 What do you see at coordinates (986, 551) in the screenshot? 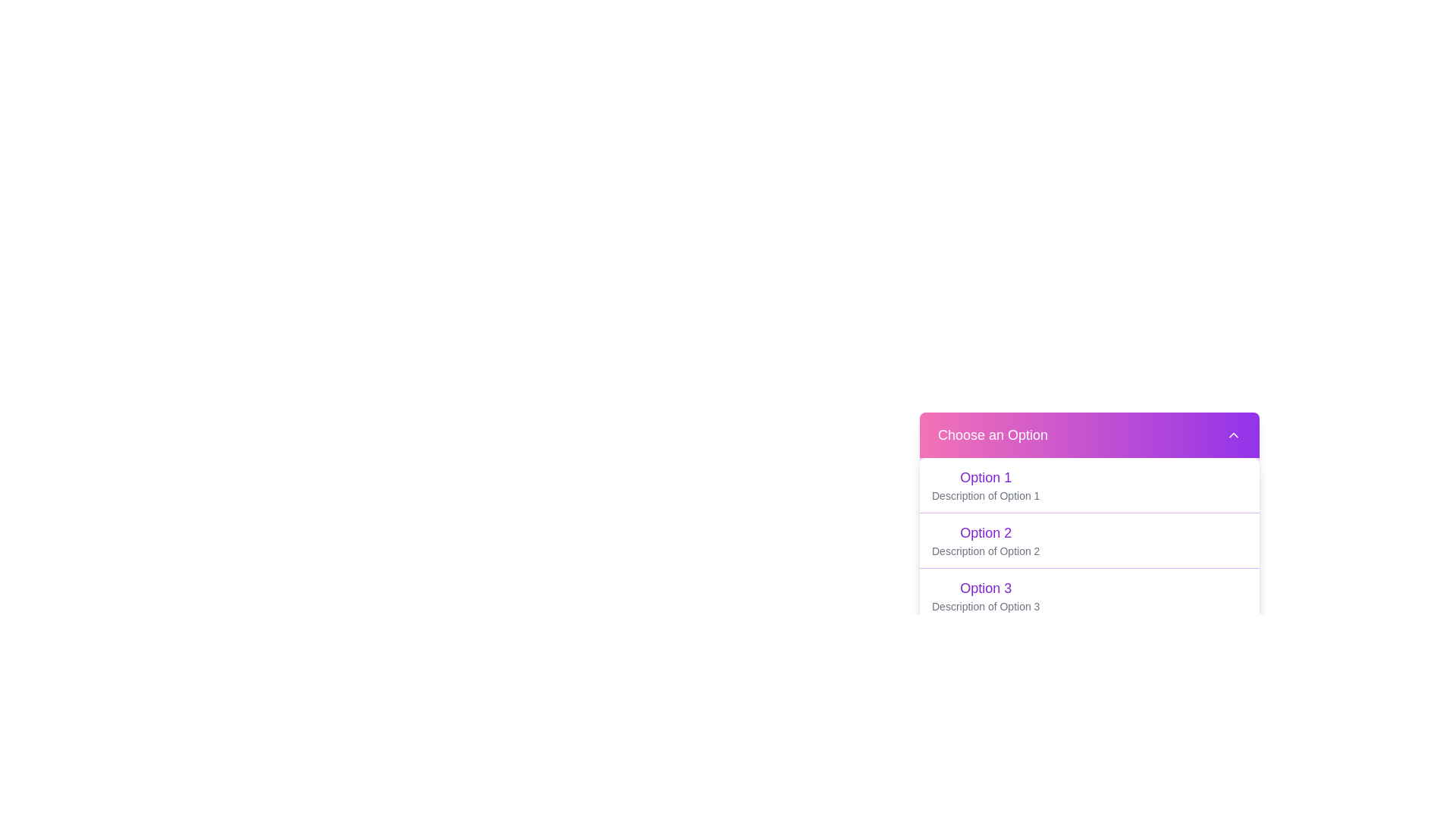
I see `text label that contains 'Description of Option 2', which is styled in a small gray font and located beneath the title 'Option 2' in the dropdown list` at bounding box center [986, 551].